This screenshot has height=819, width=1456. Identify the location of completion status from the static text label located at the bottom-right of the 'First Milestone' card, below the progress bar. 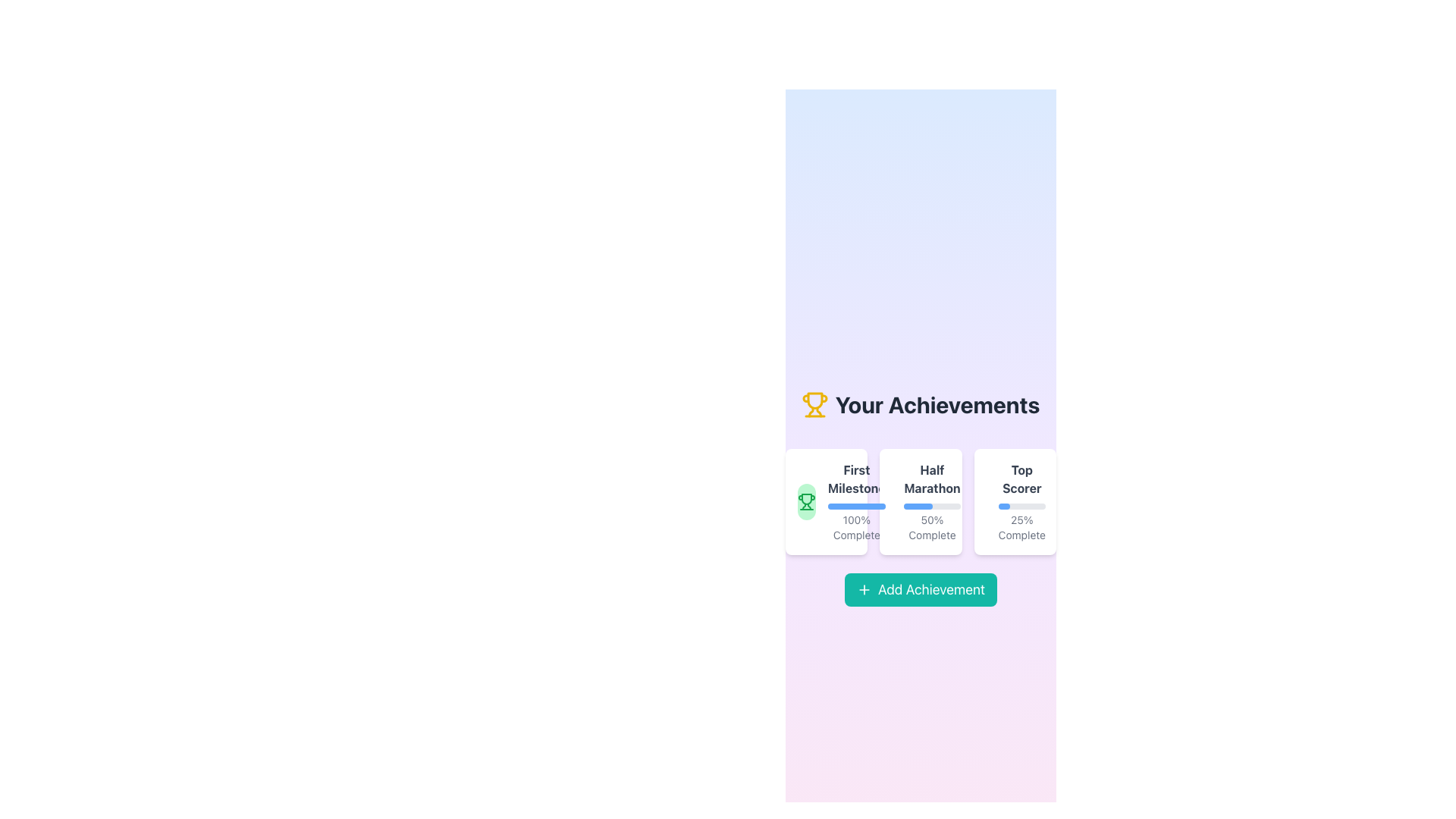
(856, 526).